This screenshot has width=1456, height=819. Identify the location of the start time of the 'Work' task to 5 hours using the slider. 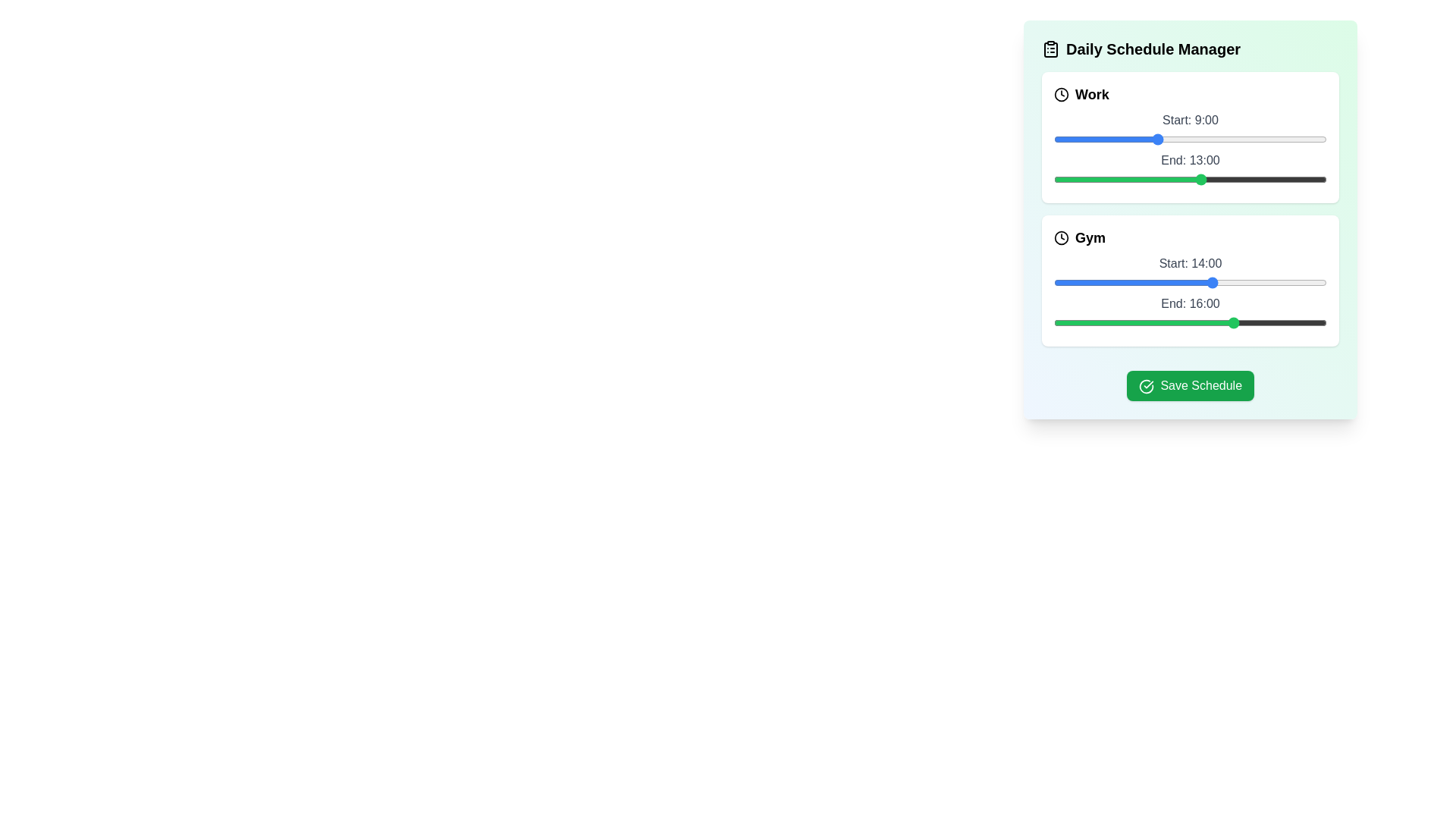
(1110, 140).